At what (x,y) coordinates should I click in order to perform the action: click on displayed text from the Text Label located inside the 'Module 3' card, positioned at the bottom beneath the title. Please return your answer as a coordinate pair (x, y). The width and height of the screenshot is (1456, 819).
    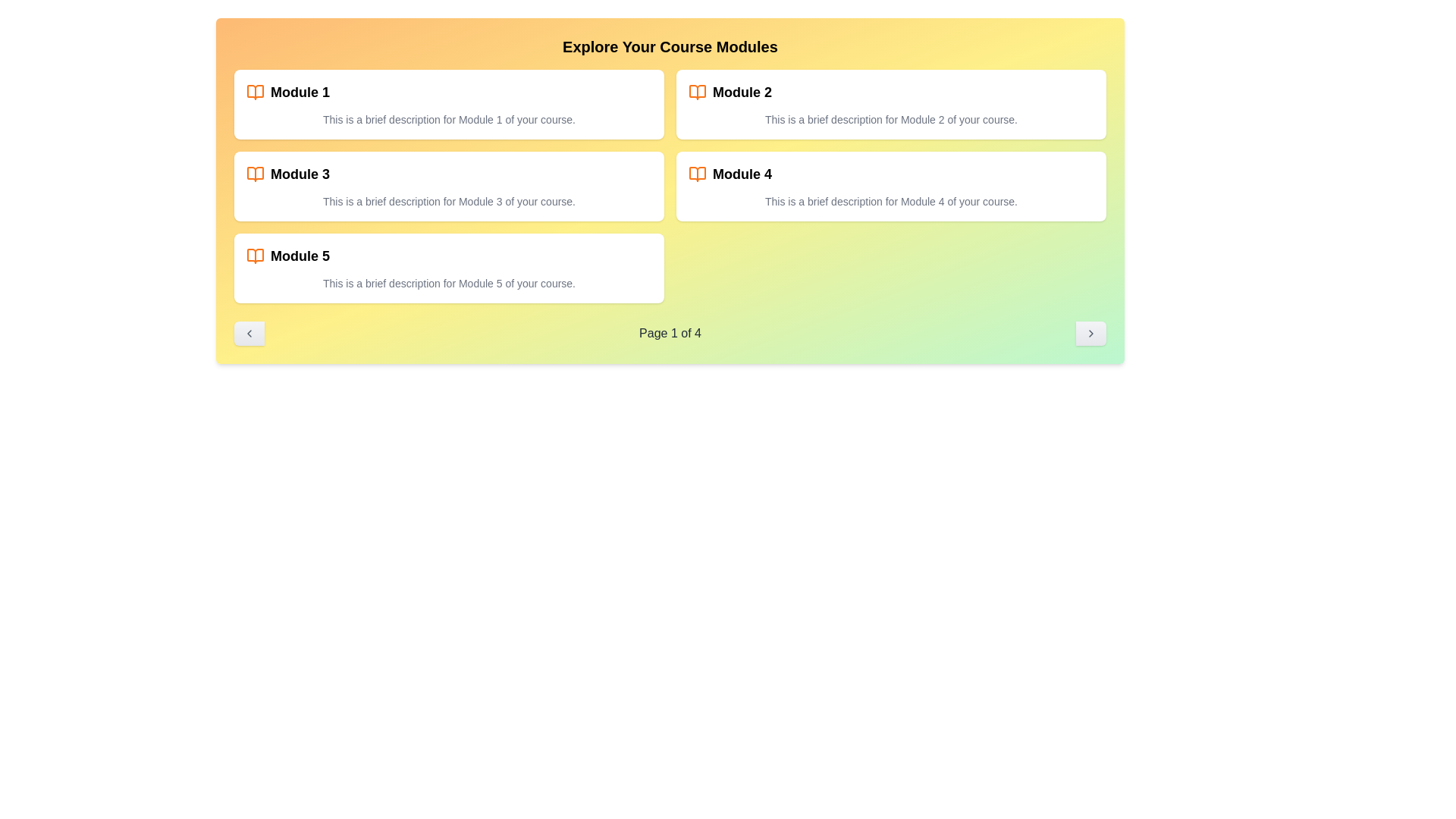
    Looking at the image, I should click on (448, 201).